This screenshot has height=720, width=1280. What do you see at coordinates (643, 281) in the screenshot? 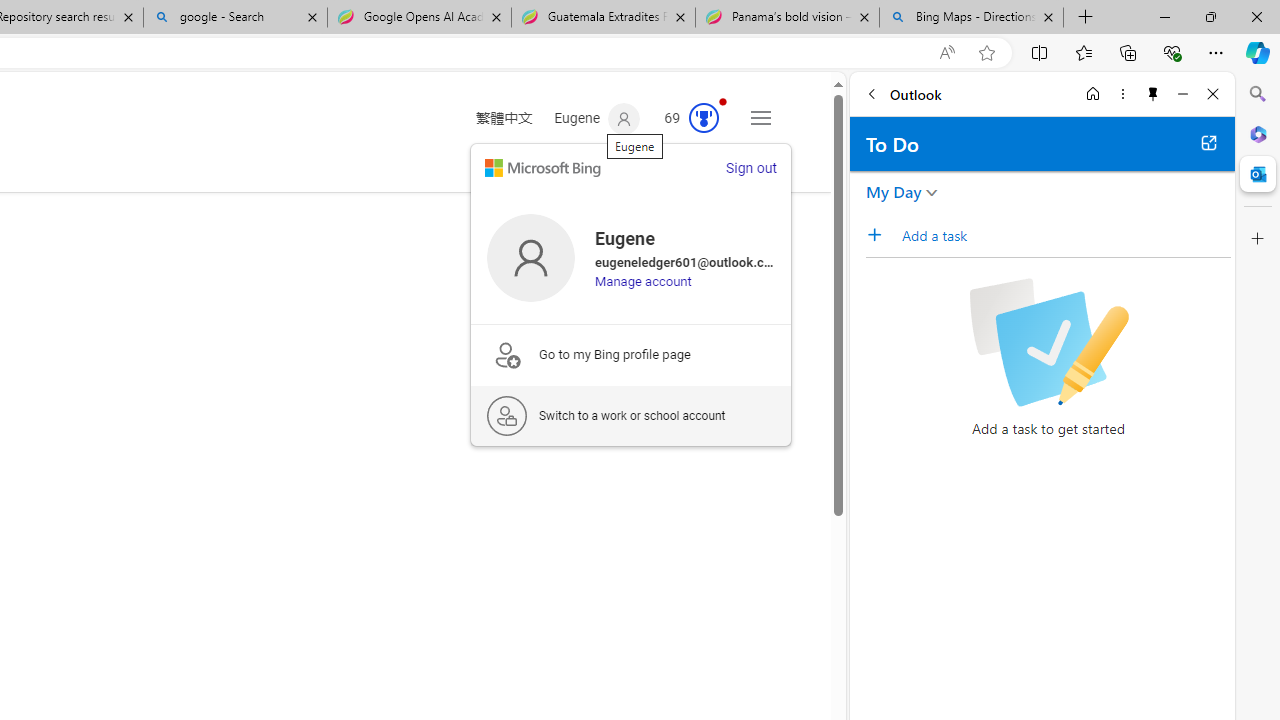
I see `'Manage account'` at bounding box center [643, 281].